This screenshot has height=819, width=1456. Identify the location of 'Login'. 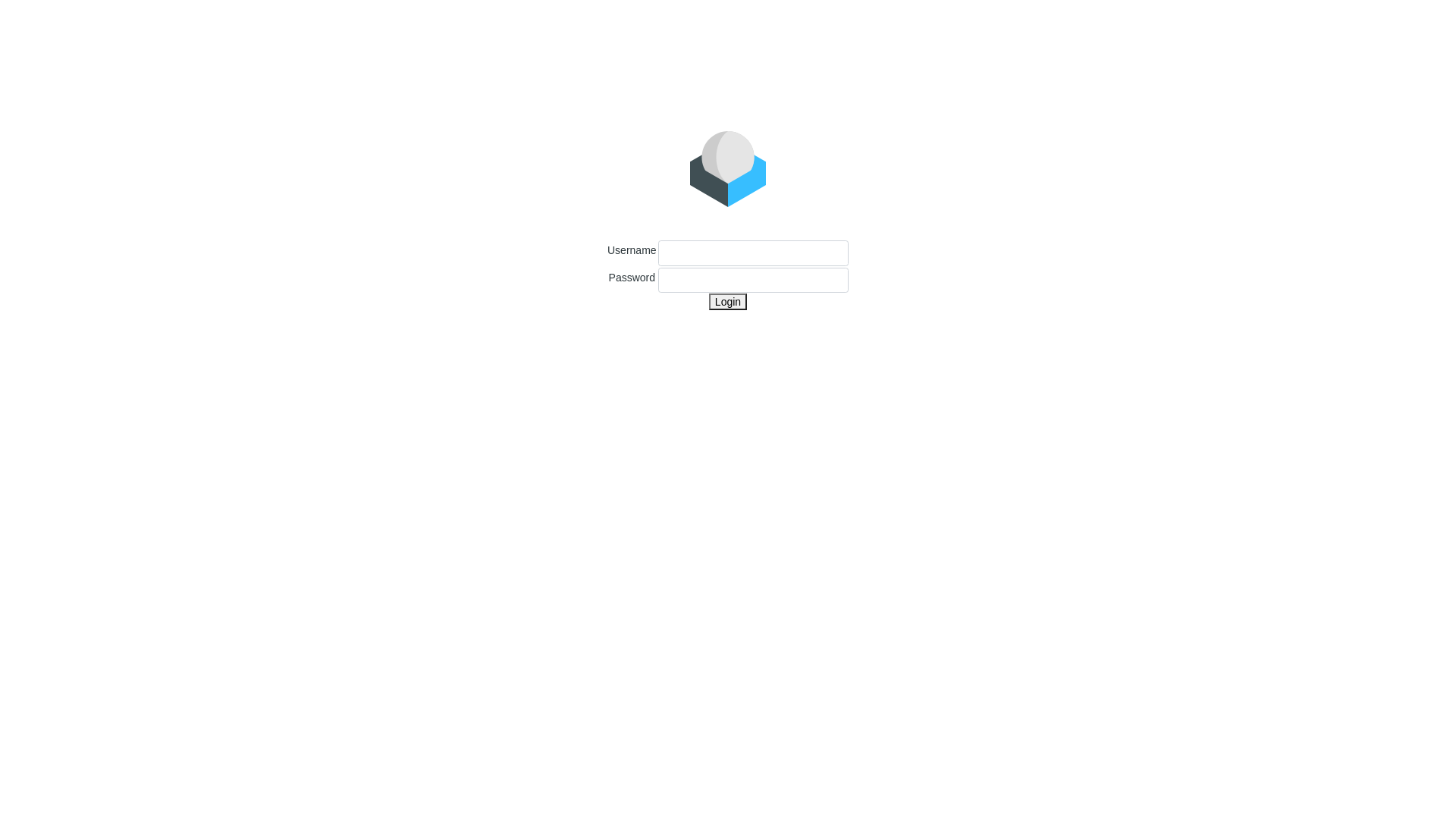
(728, 301).